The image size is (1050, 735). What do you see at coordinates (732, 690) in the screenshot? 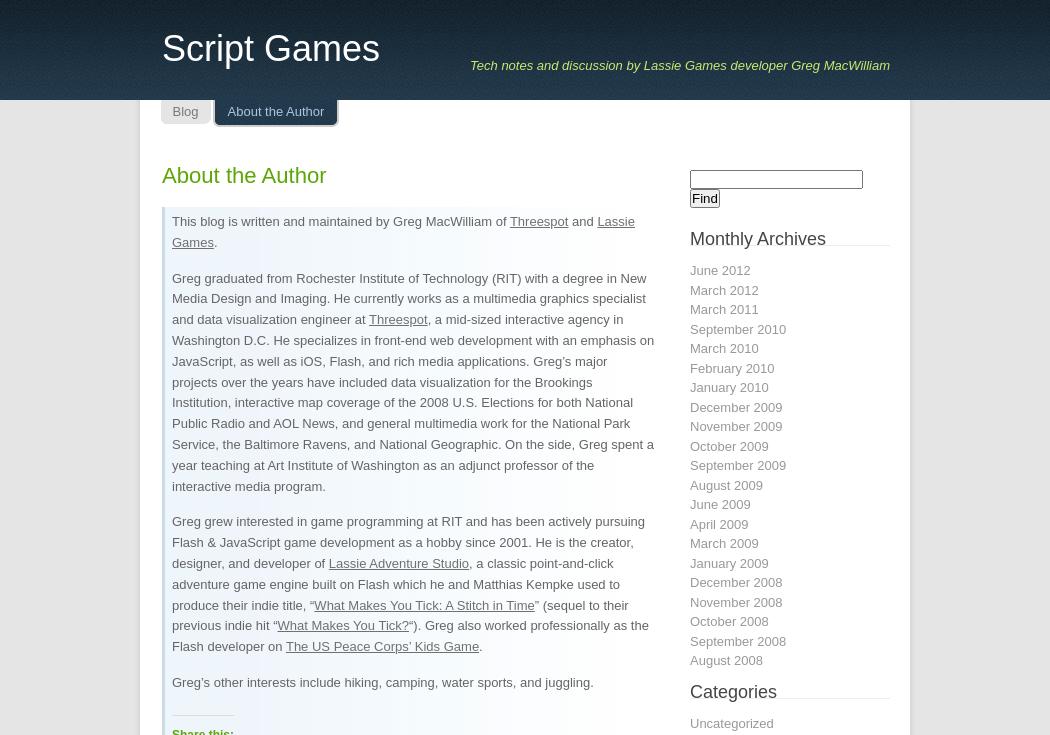
I see `'Categories'` at bounding box center [732, 690].